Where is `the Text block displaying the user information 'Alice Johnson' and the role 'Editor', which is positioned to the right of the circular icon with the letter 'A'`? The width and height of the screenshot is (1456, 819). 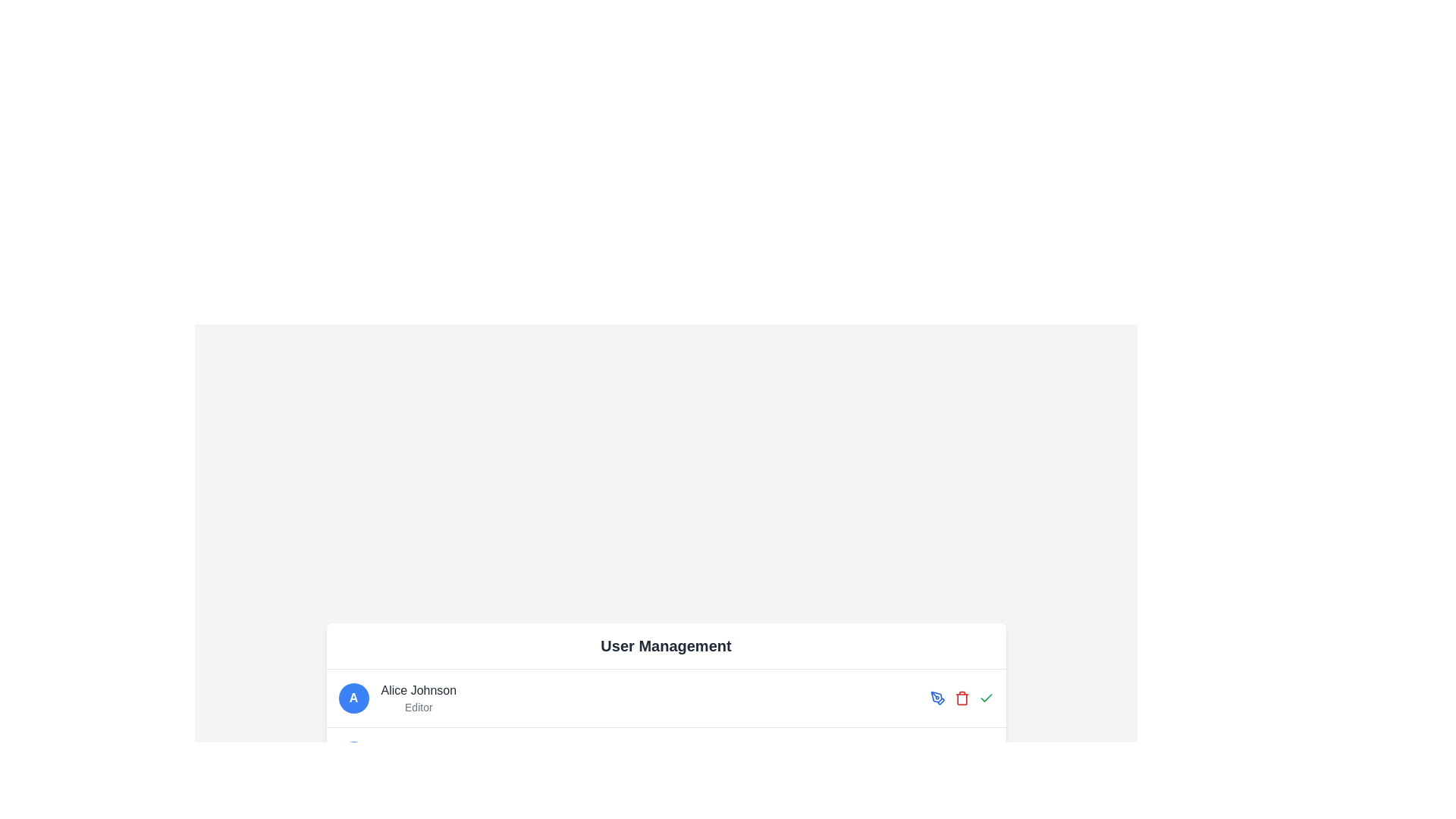
the Text block displaying the user information 'Alice Johnson' and the role 'Editor', which is positioned to the right of the circular icon with the letter 'A' is located at coordinates (419, 698).